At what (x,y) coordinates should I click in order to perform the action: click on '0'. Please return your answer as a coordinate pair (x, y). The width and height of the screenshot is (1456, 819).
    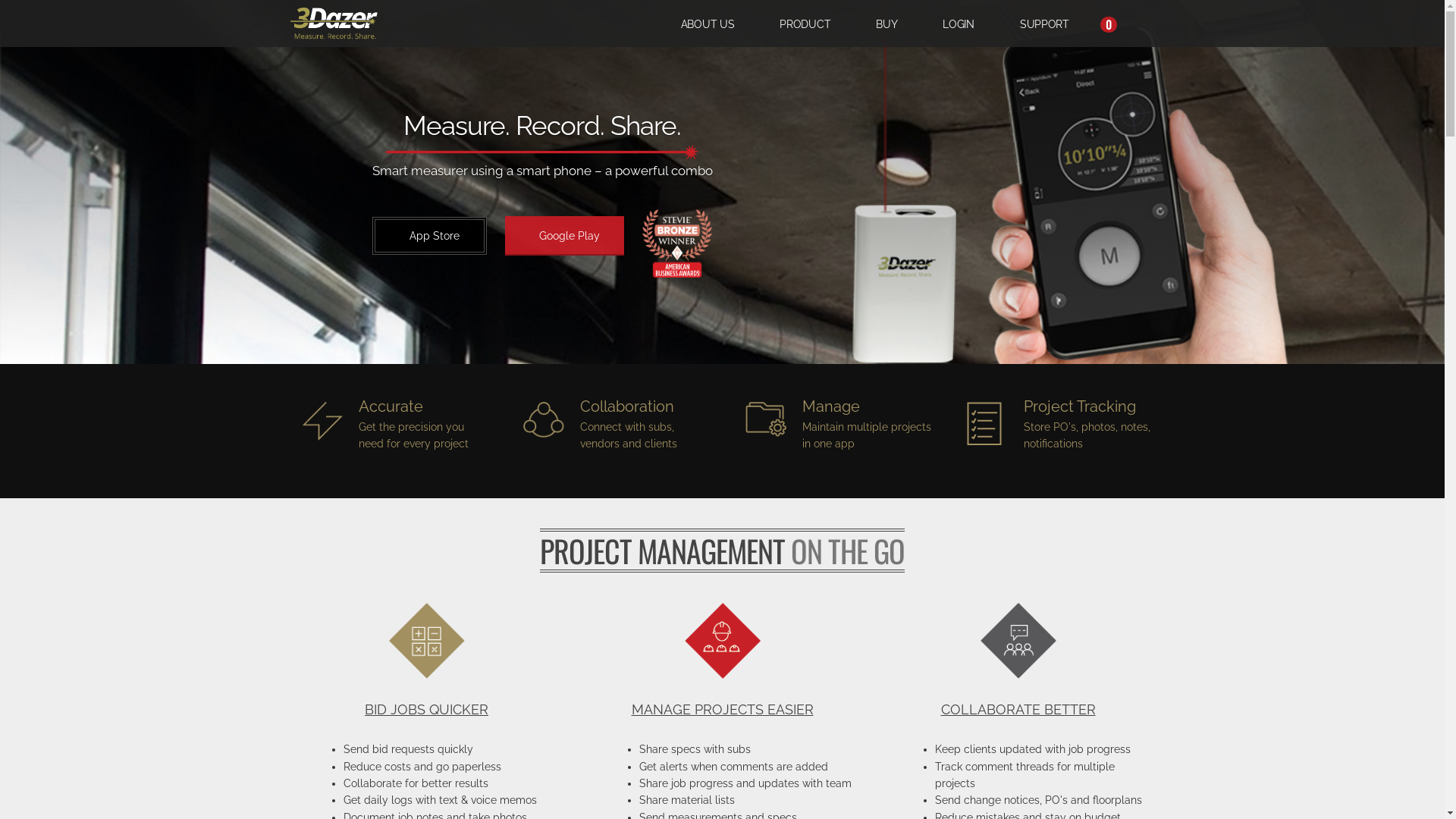
    Looking at the image, I should click on (1104, 23).